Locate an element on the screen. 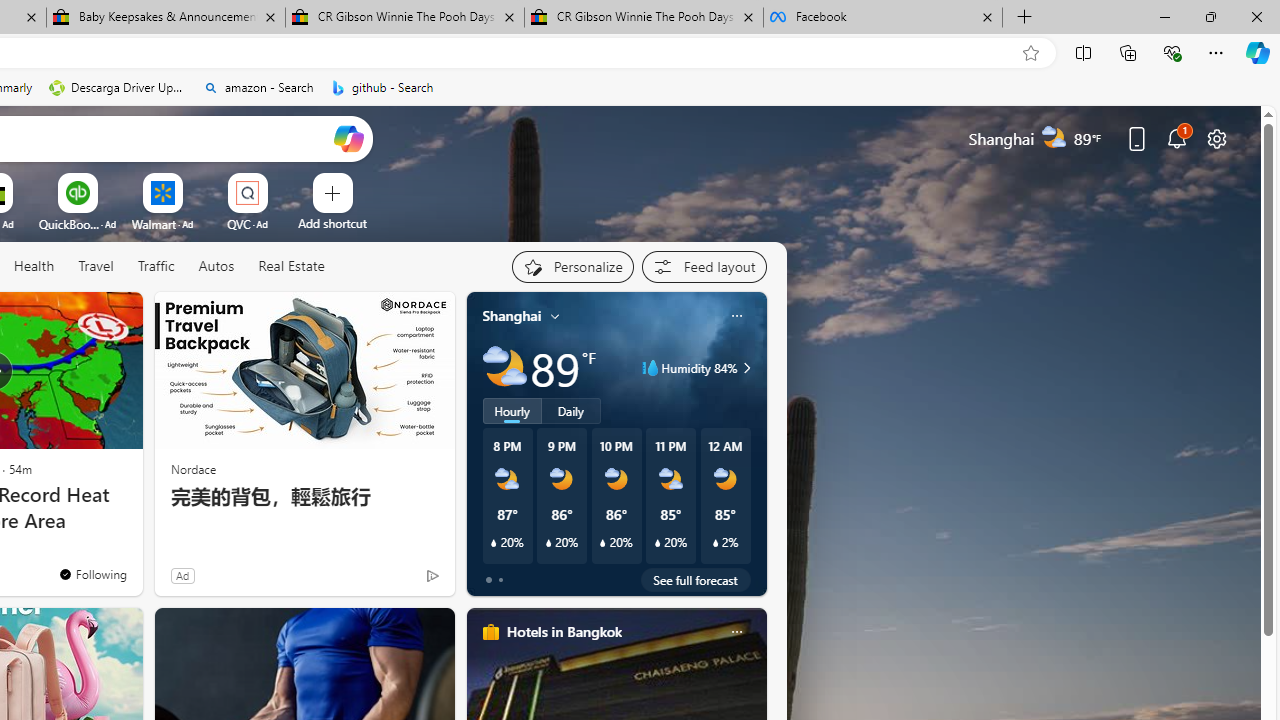  'Travel' is located at coordinates (95, 265).